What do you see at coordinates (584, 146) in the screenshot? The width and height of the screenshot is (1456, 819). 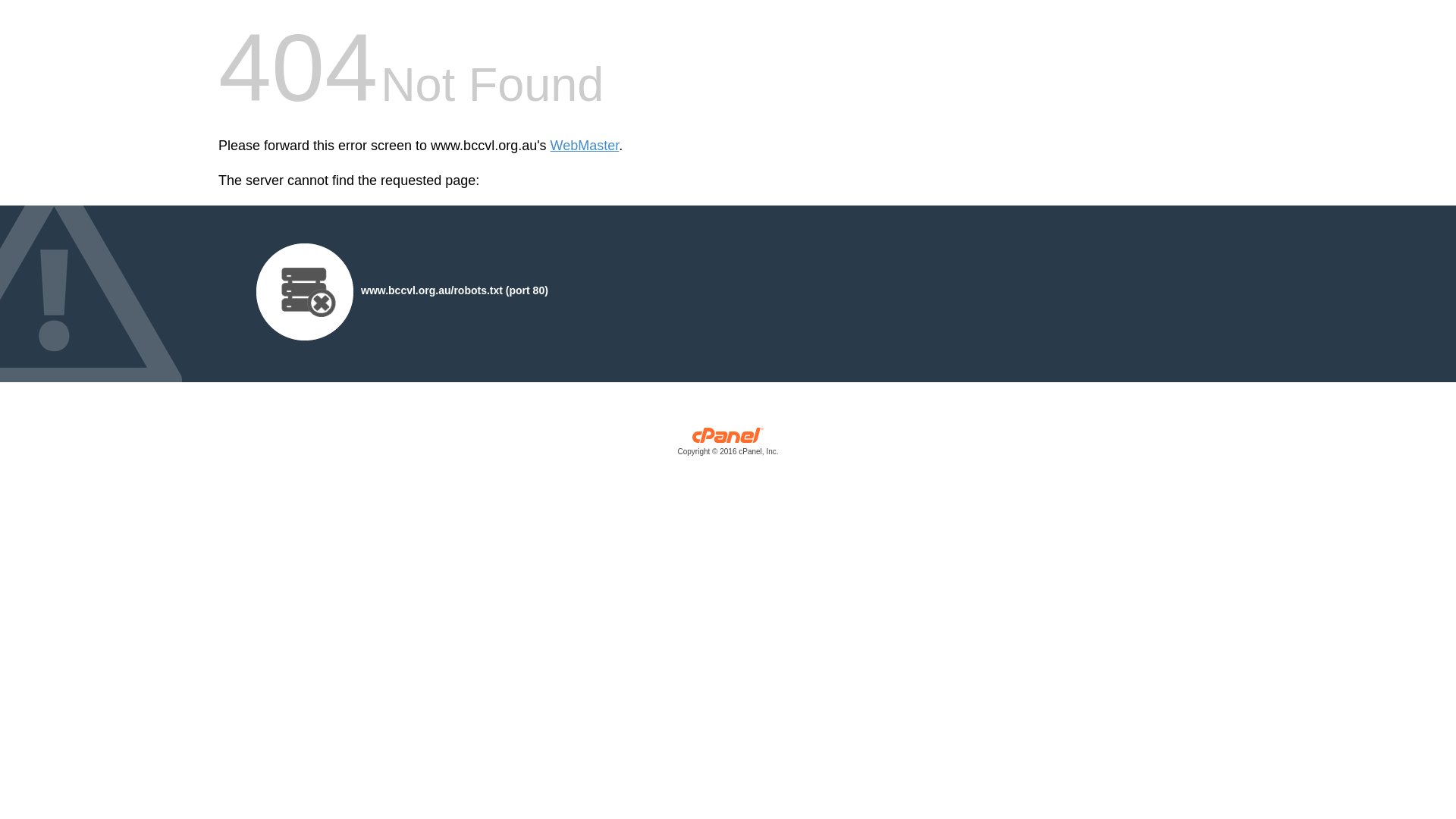 I see `'WebMaster'` at bounding box center [584, 146].